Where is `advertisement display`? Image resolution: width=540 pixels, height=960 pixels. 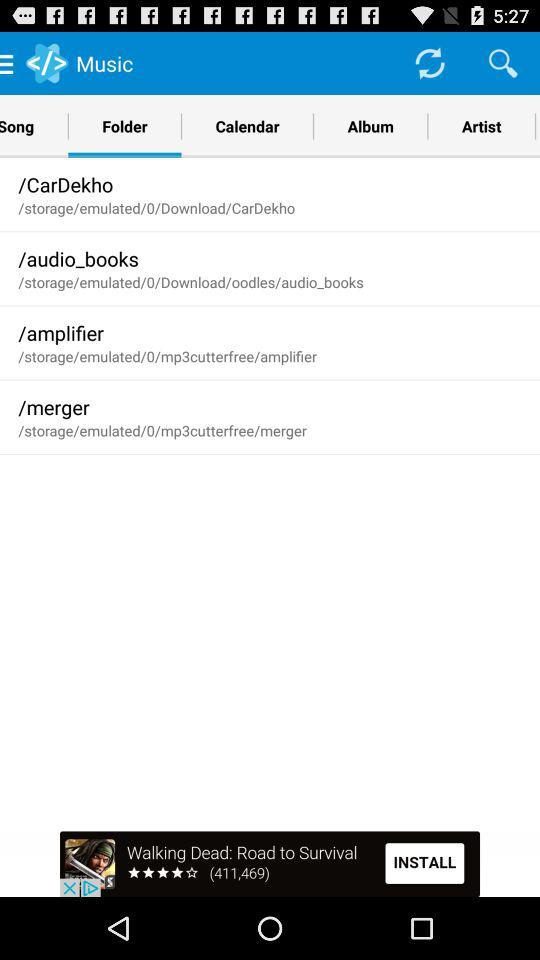
advertisement display is located at coordinates (270, 863).